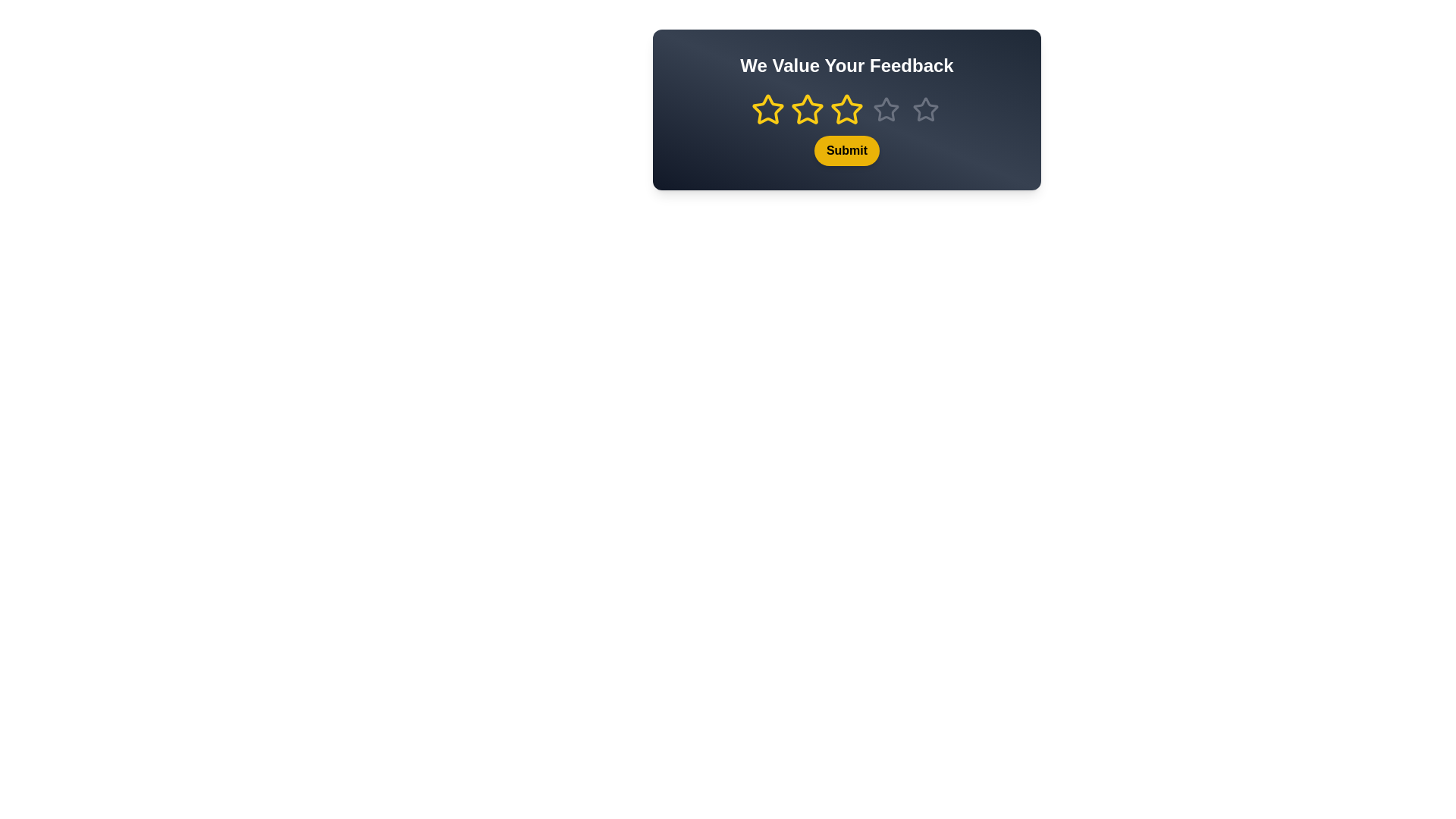 The image size is (1456, 819). What do you see at coordinates (886, 109) in the screenshot?
I see `the fourth star icon` at bounding box center [886, 109].